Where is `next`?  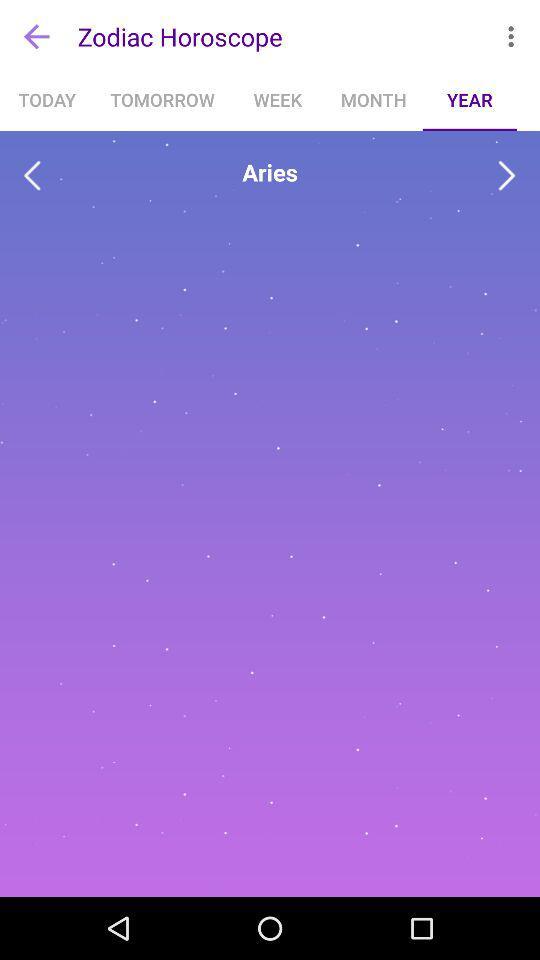 next is located at coordinates (507, 175).